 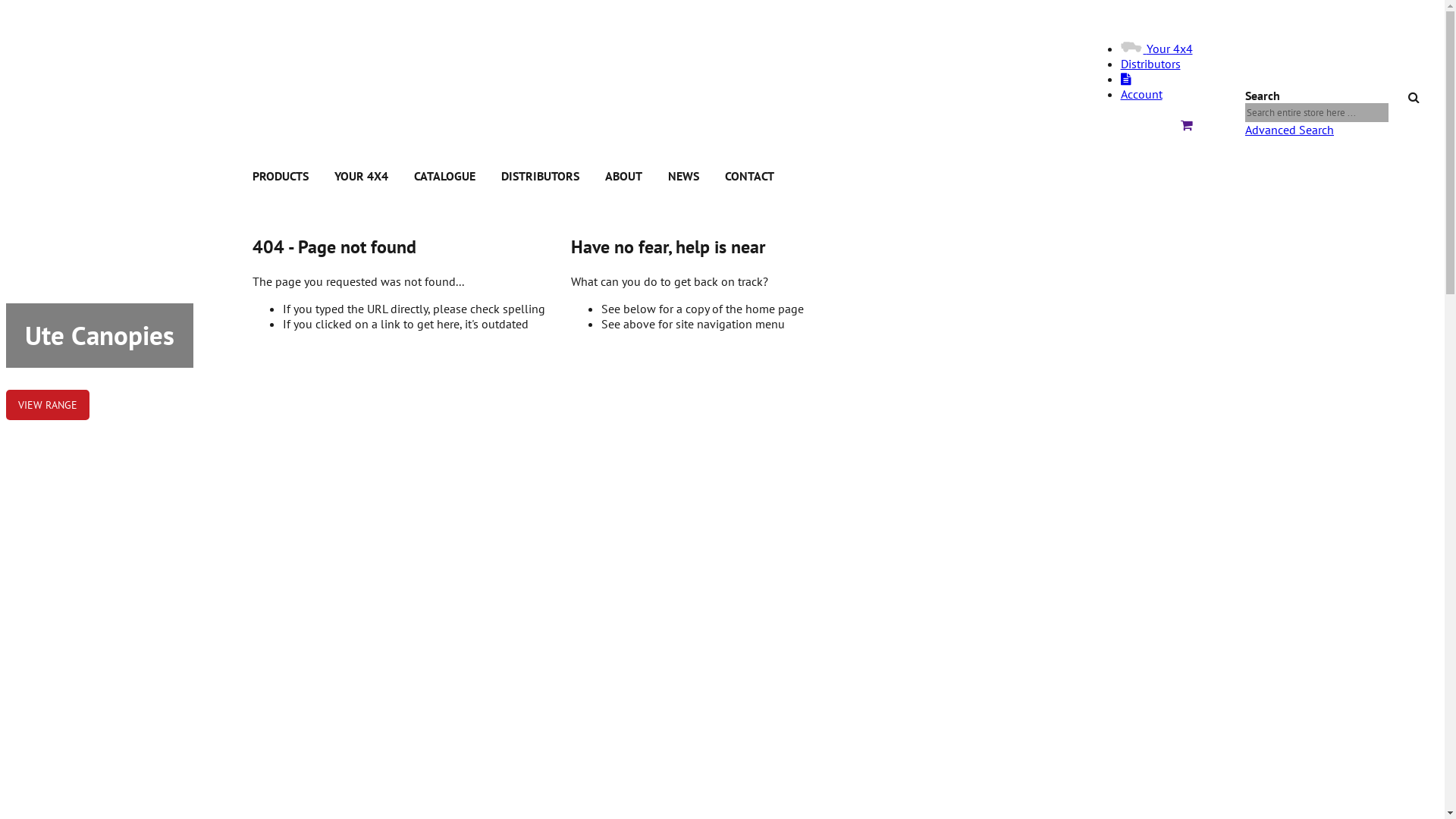 What do you see at coordinates (1141, 93) in the screenshot?
I see `'Account'` at bounding box center [1141, 93].